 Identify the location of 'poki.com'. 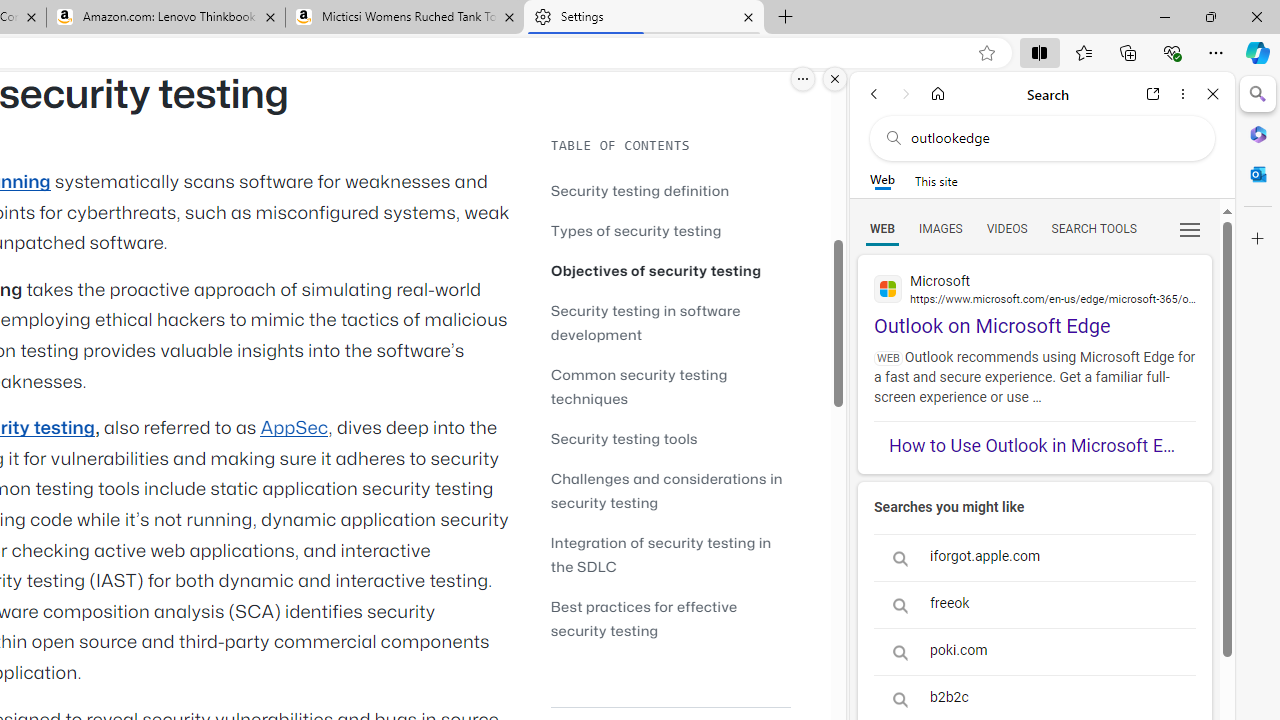
(1034, 652).